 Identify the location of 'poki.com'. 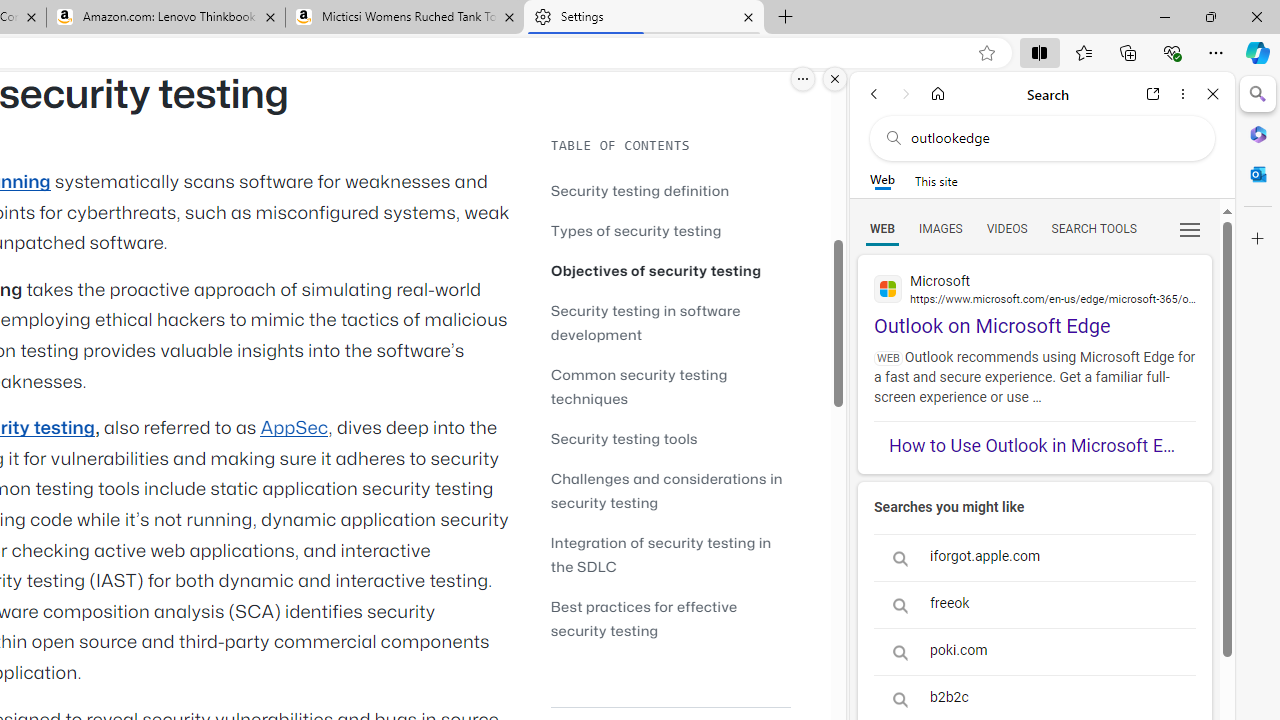
(1034, 652).